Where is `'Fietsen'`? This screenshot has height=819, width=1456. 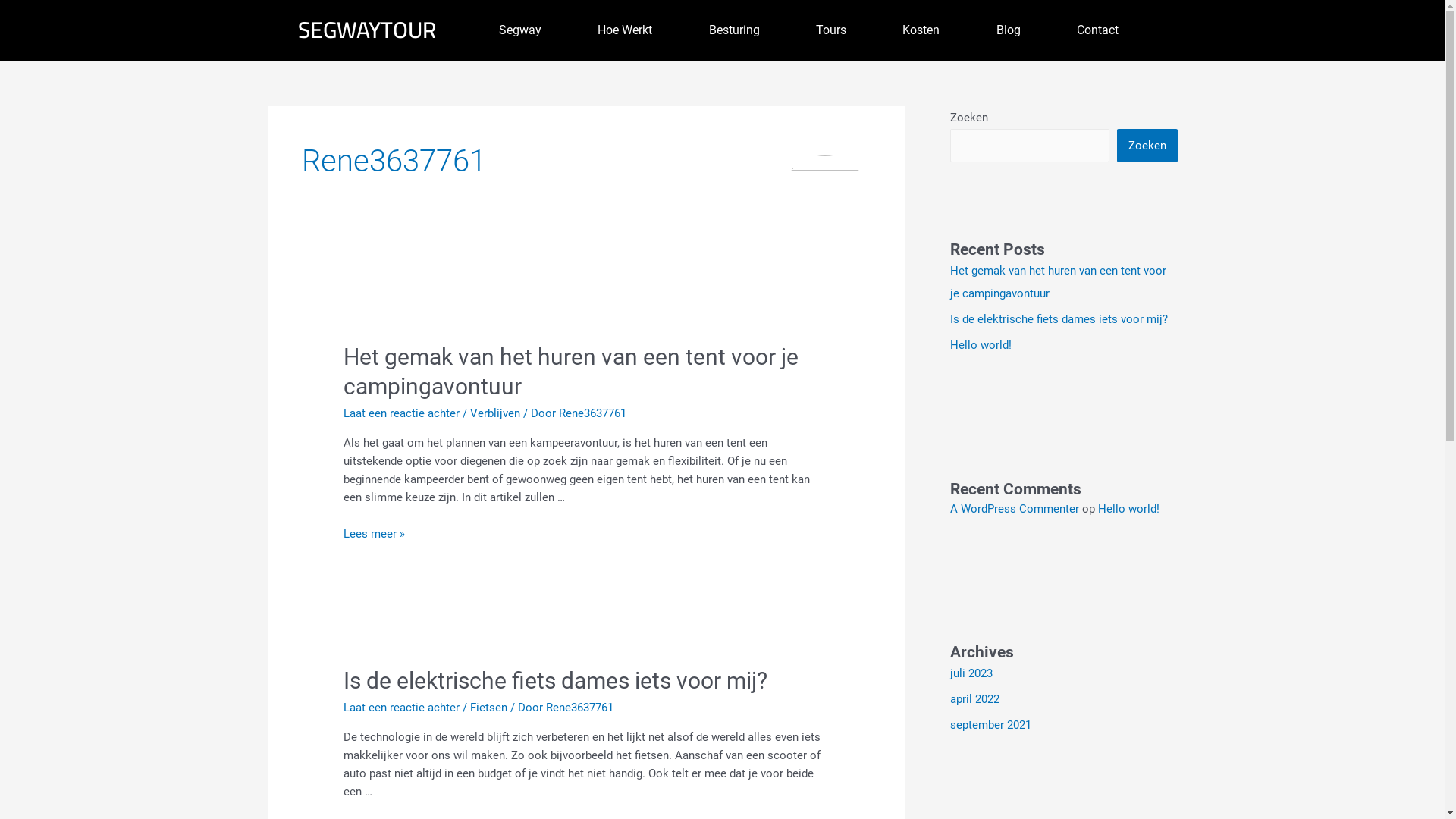
'Fietsen' is located at coordinates (469, 708).